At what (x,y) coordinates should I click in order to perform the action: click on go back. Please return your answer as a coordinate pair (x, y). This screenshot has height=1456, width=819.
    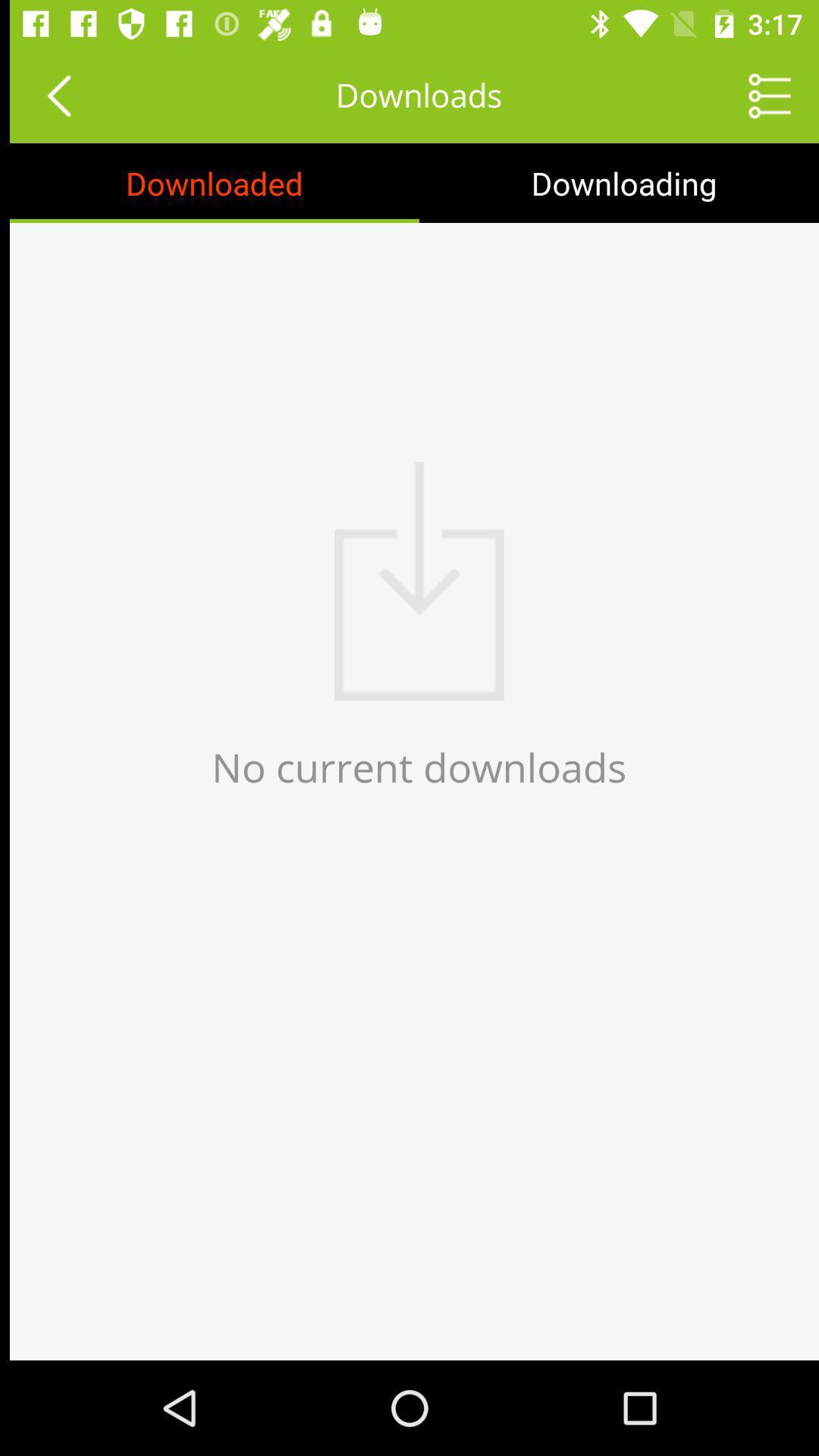
    Looking at the image, I should click on (48, 94).